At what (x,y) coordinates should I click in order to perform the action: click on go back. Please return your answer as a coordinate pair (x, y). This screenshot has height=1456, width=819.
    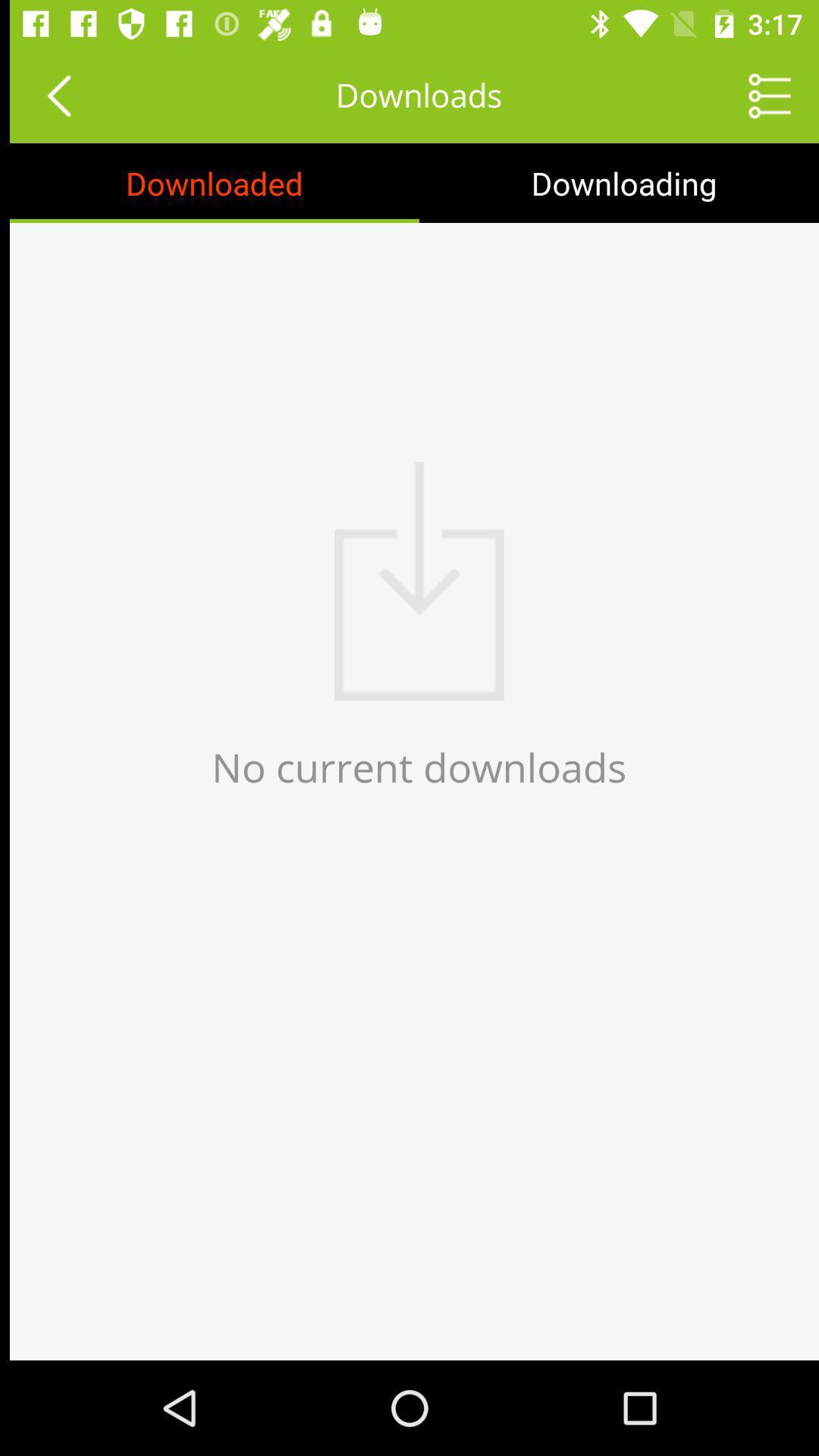
    Looking at the image, I should click on (48, 94).